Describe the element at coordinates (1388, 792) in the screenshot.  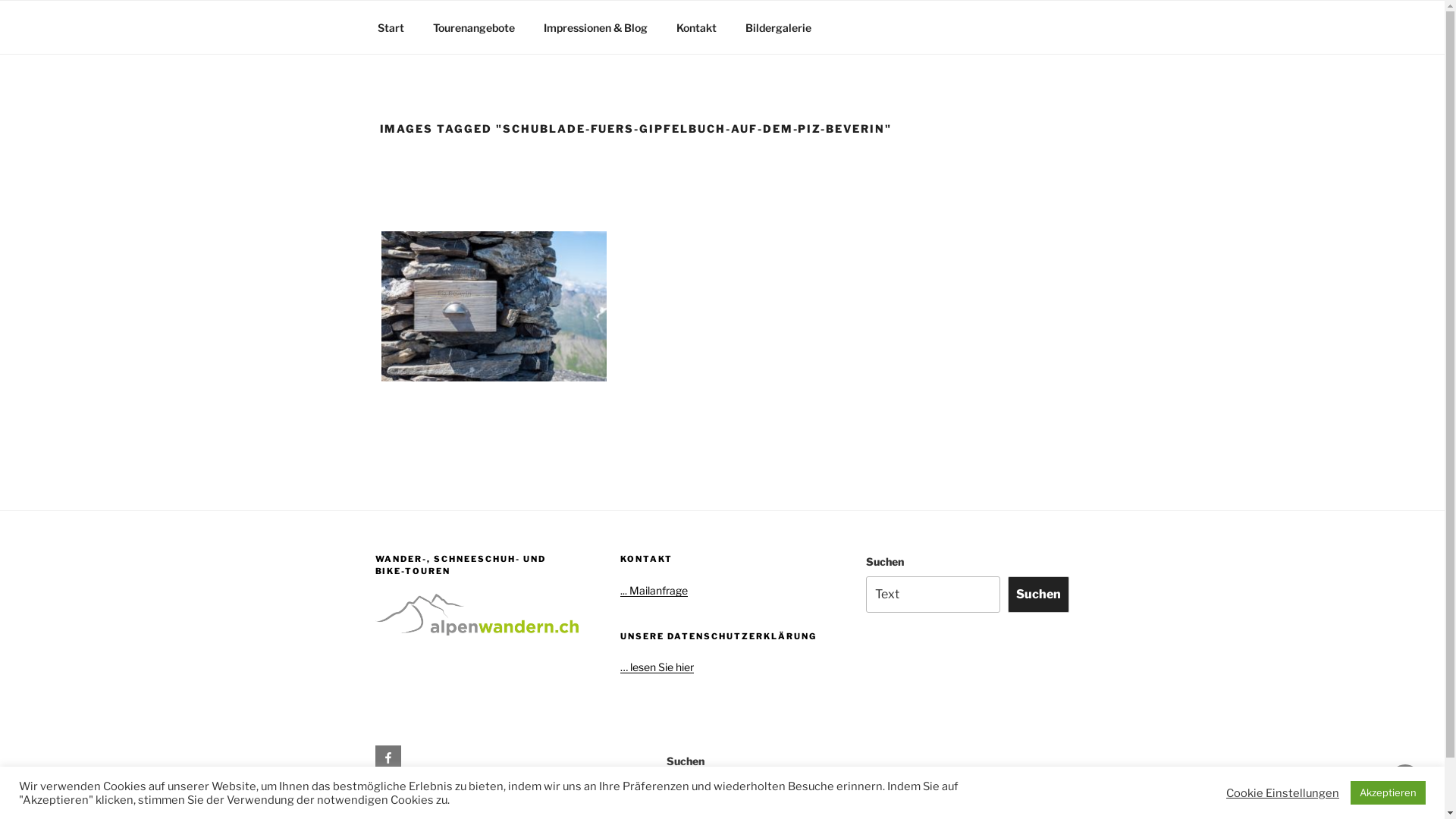
I see `'Akzeptieren'` at that location.